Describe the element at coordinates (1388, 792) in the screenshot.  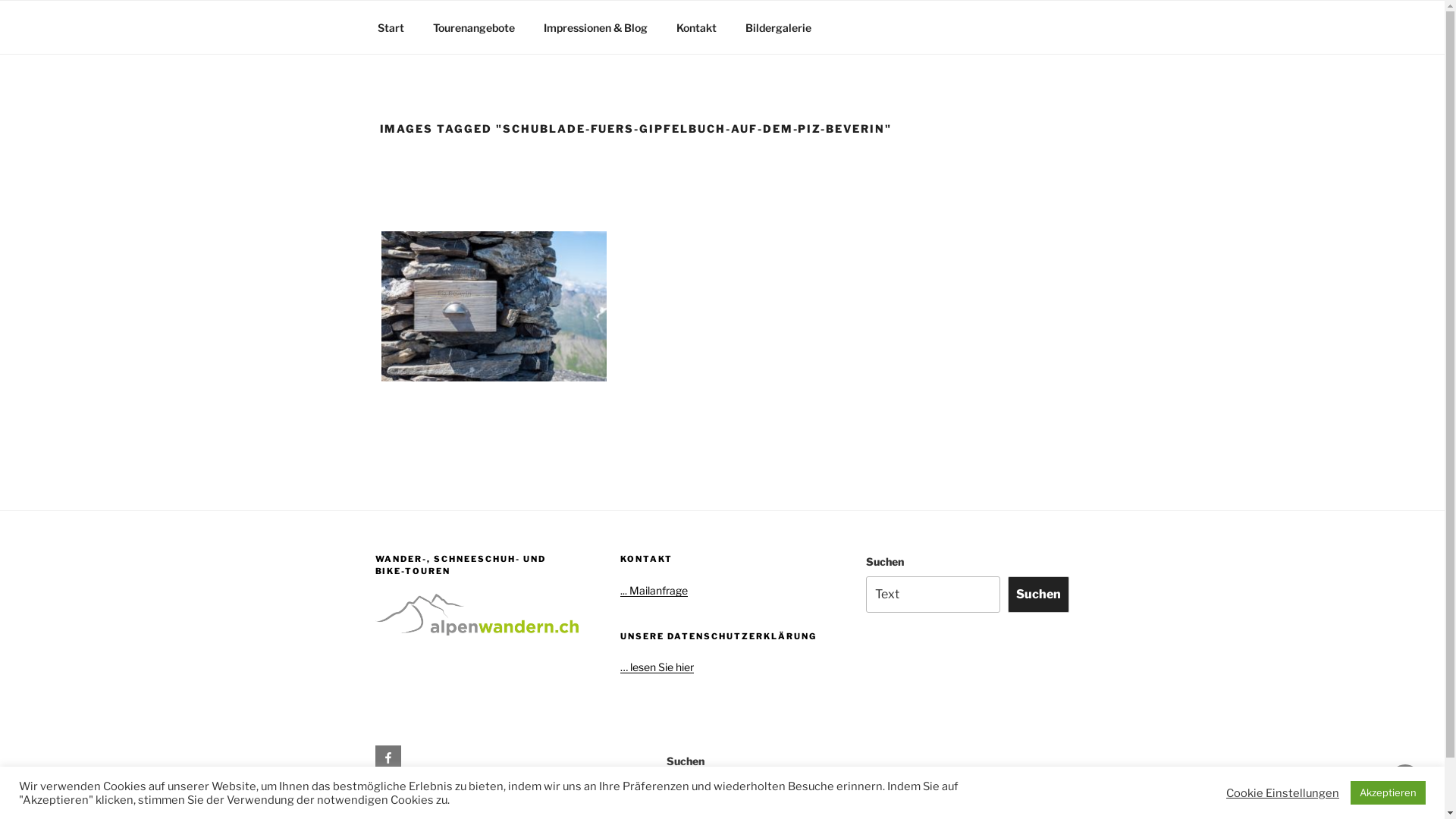
I see `'Akzeptieren'` at that location.